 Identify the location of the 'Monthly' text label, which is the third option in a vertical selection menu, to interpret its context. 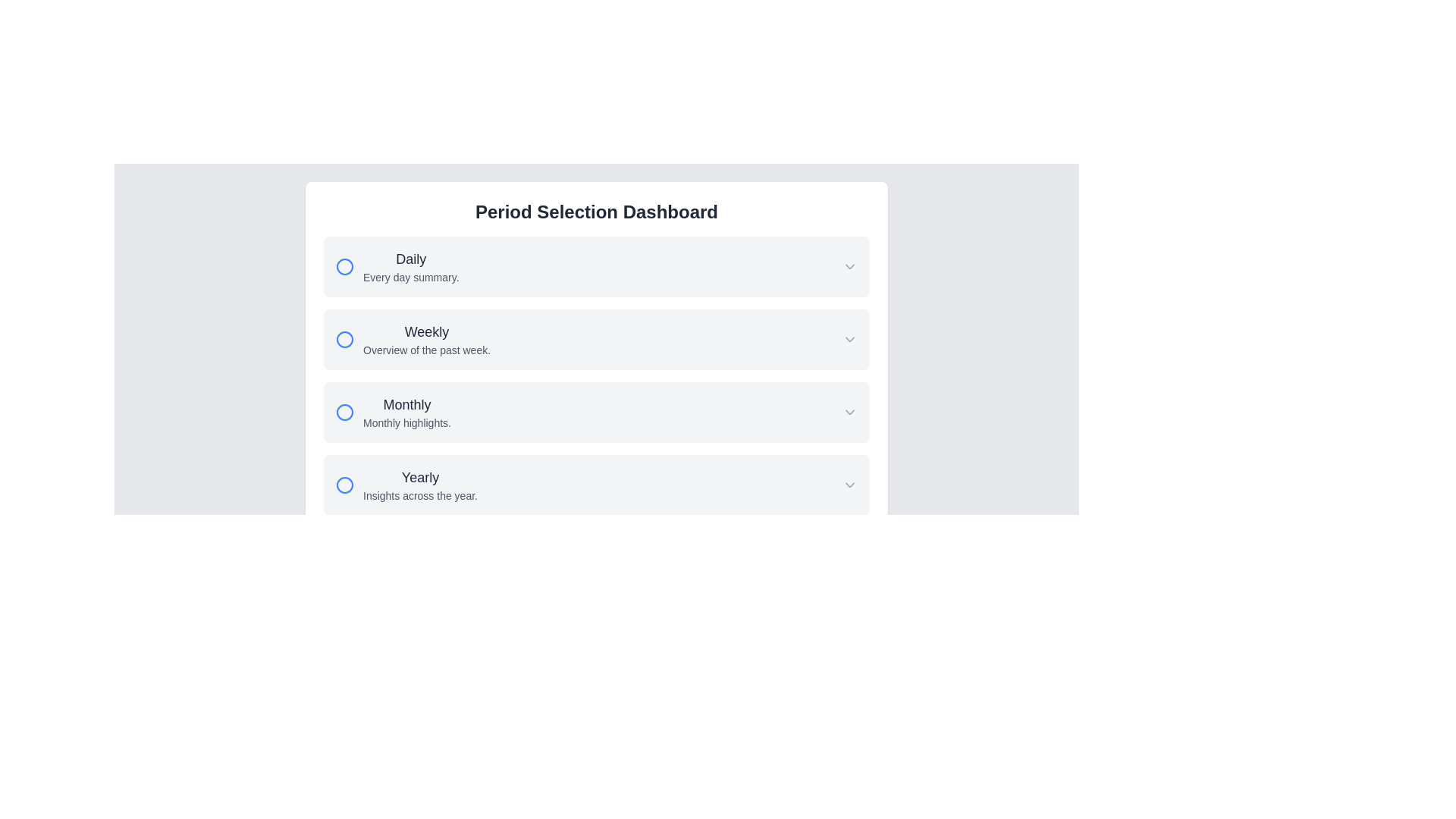
(407, 412).